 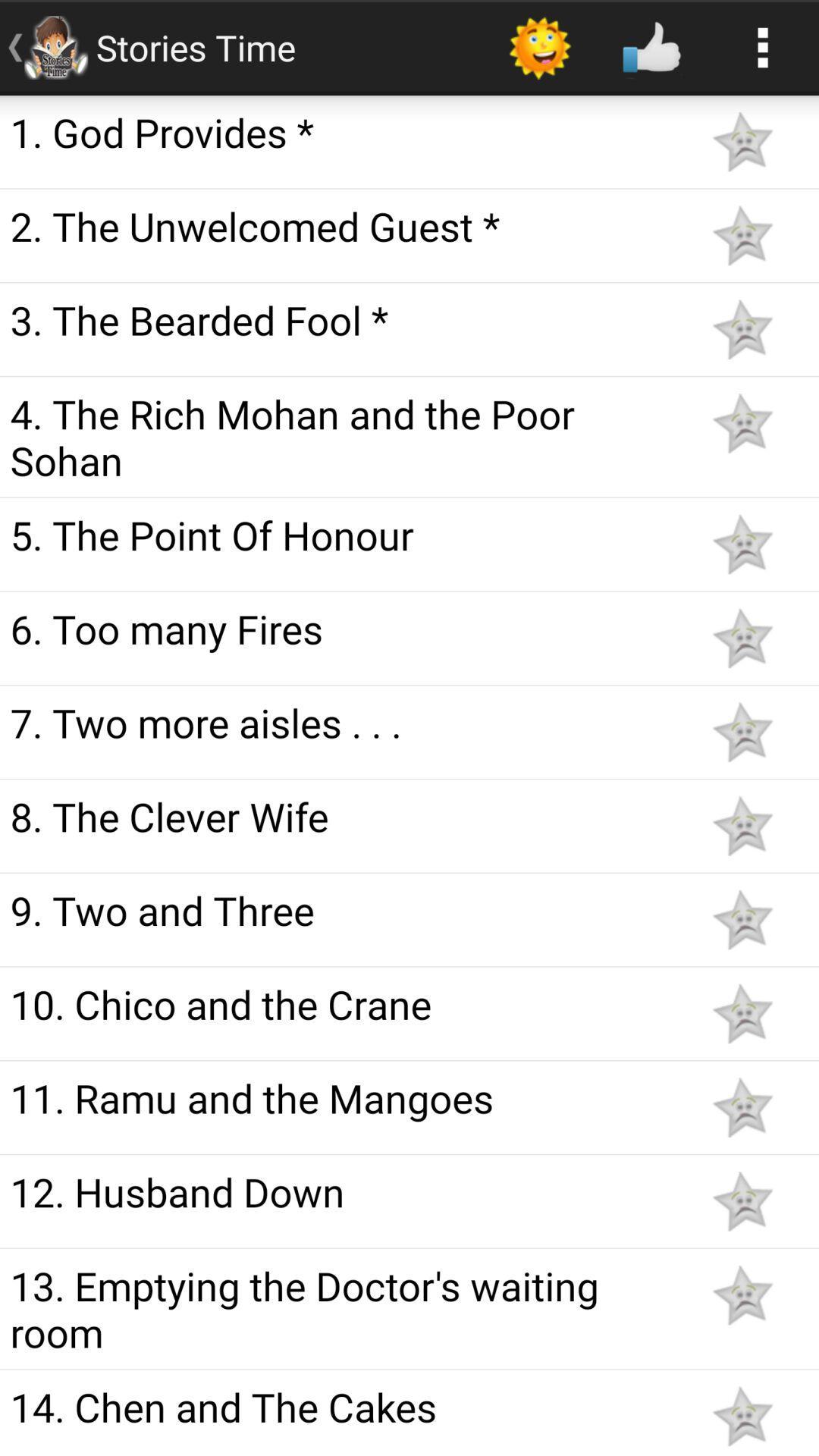 I want to click on book mark, so click(x=742, y=328).